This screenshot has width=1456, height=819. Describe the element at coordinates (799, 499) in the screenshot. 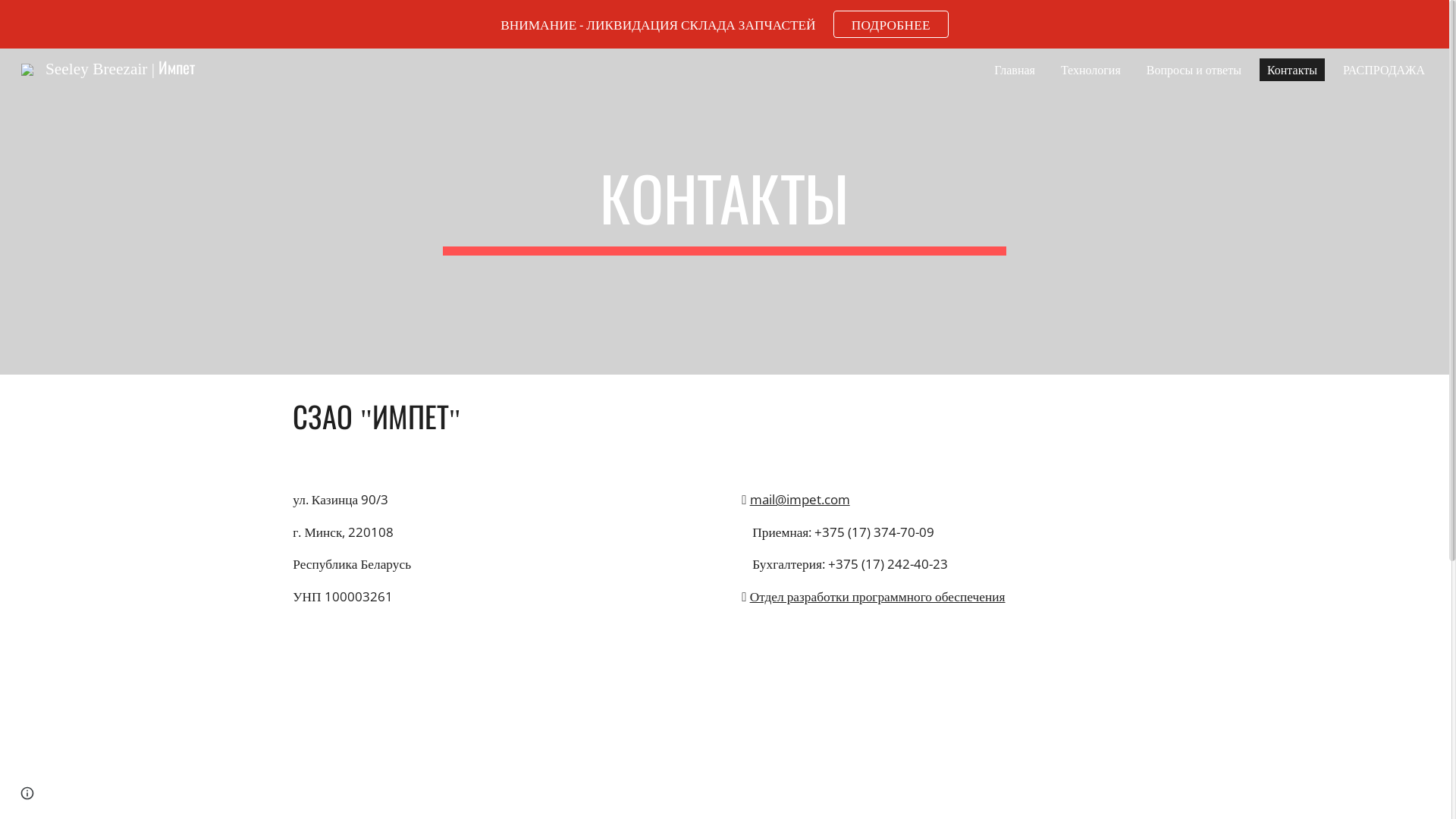

I see `'mail@impet.com'` at that location.